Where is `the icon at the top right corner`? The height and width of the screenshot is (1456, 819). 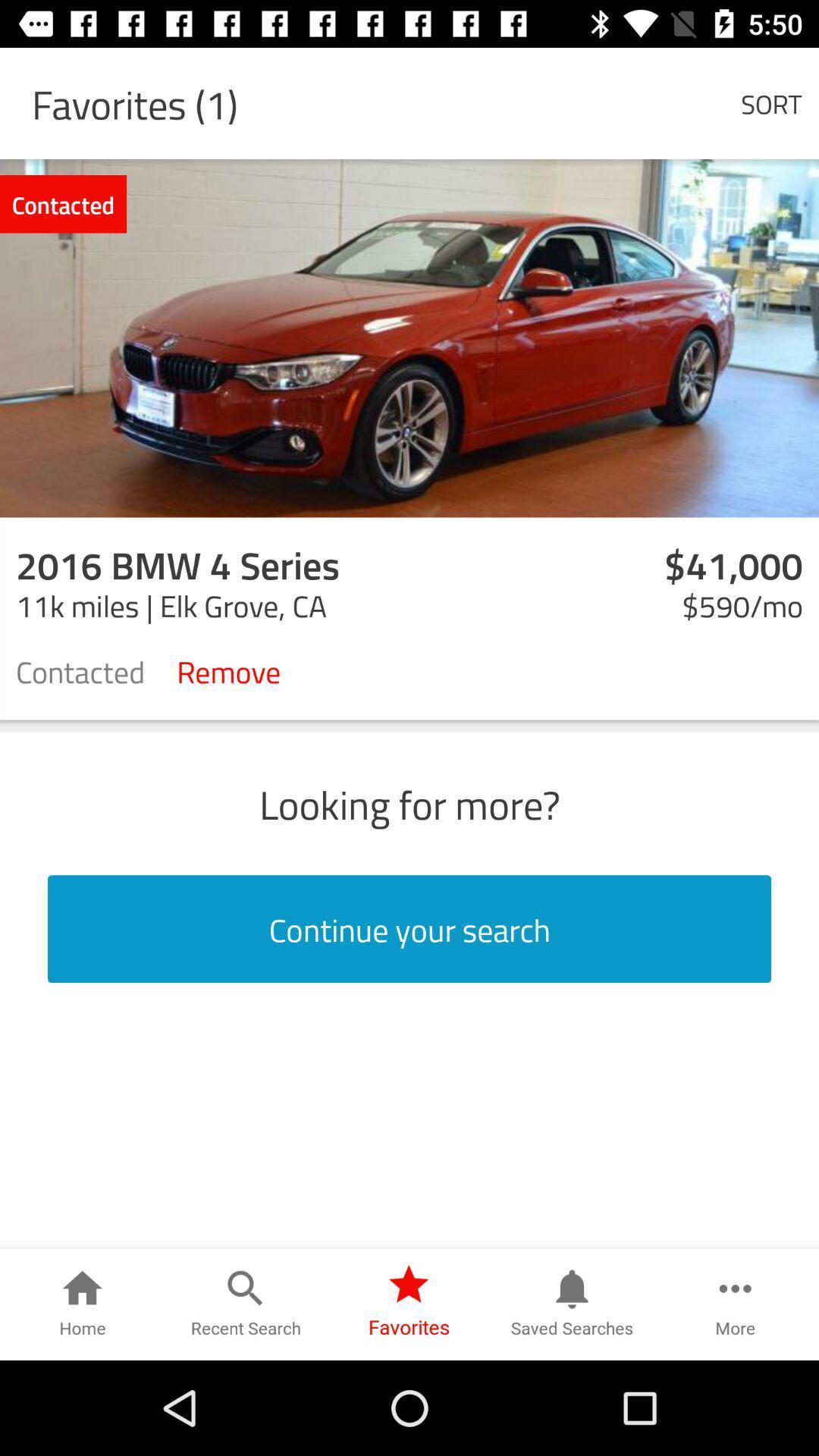
the icon at the top right corner is located at coordinates (771, 102).